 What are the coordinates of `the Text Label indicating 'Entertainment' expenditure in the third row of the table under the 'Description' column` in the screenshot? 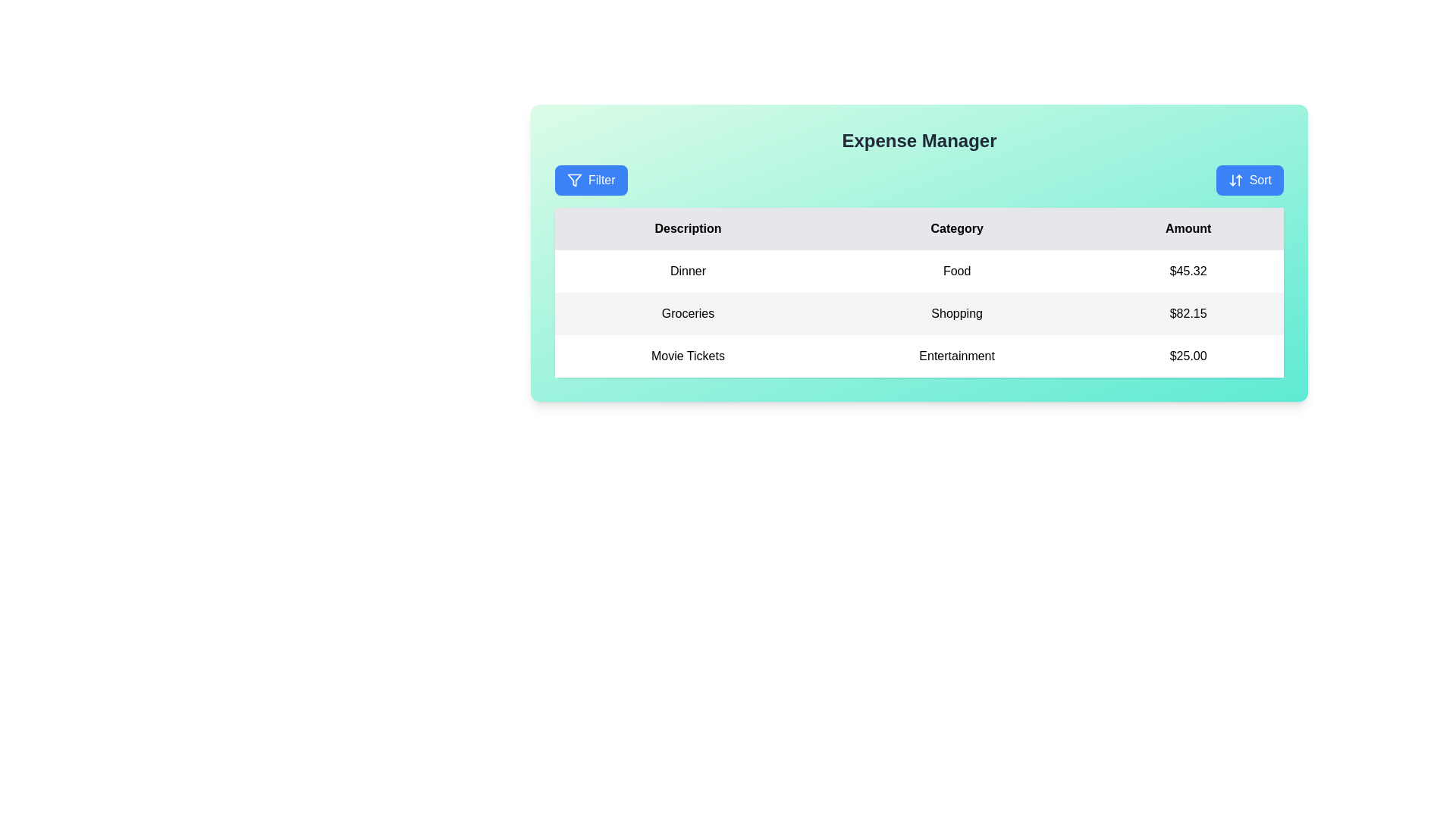 It's located at (687, 356).